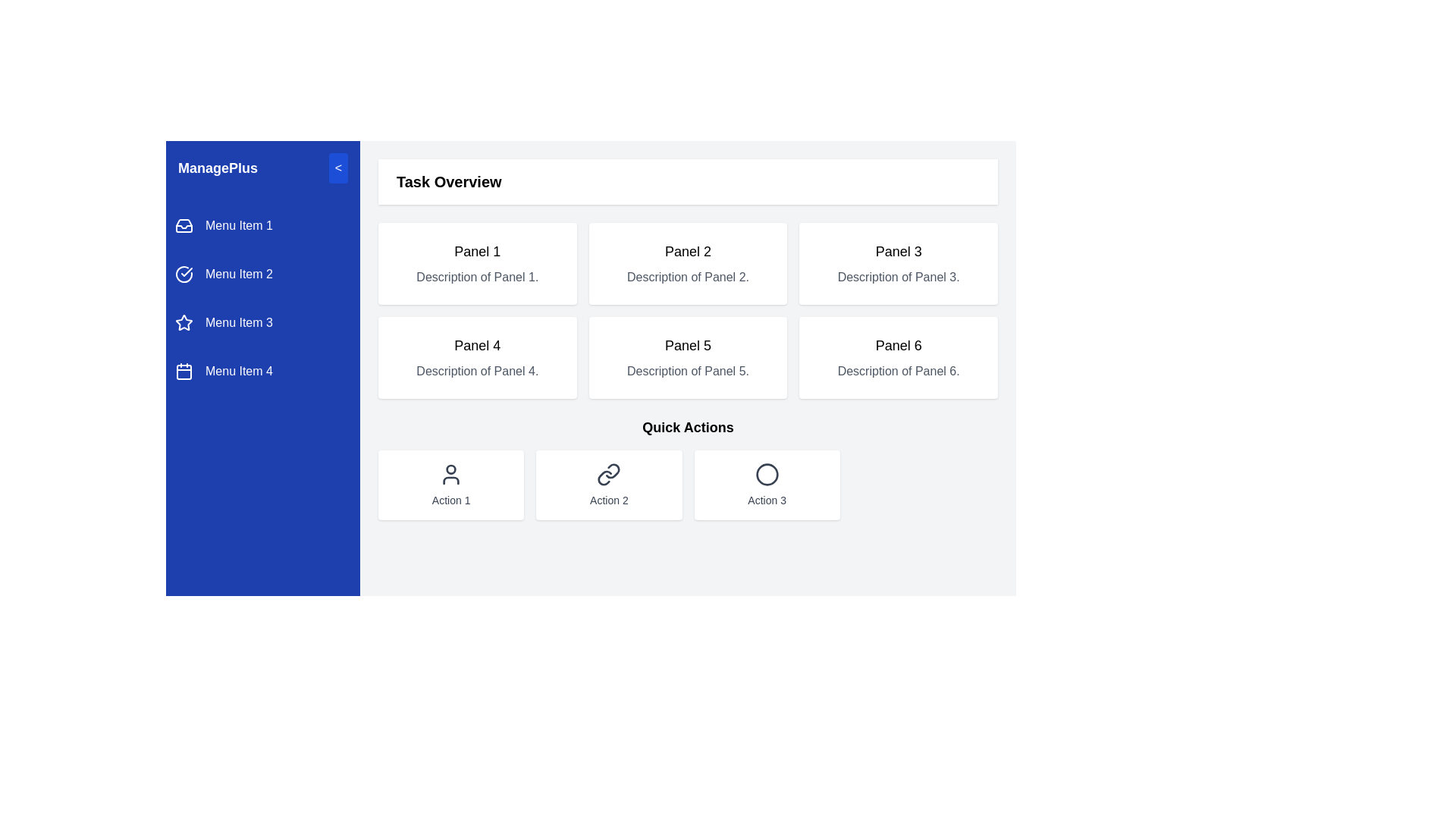  Describe the element at coordinates (184, 225) in the screenshot. I see `the uppermost icon representing the first menu item in the vertical navigation menu on the left sidebar, located next to the text 'Menu Item 1'` at that location.